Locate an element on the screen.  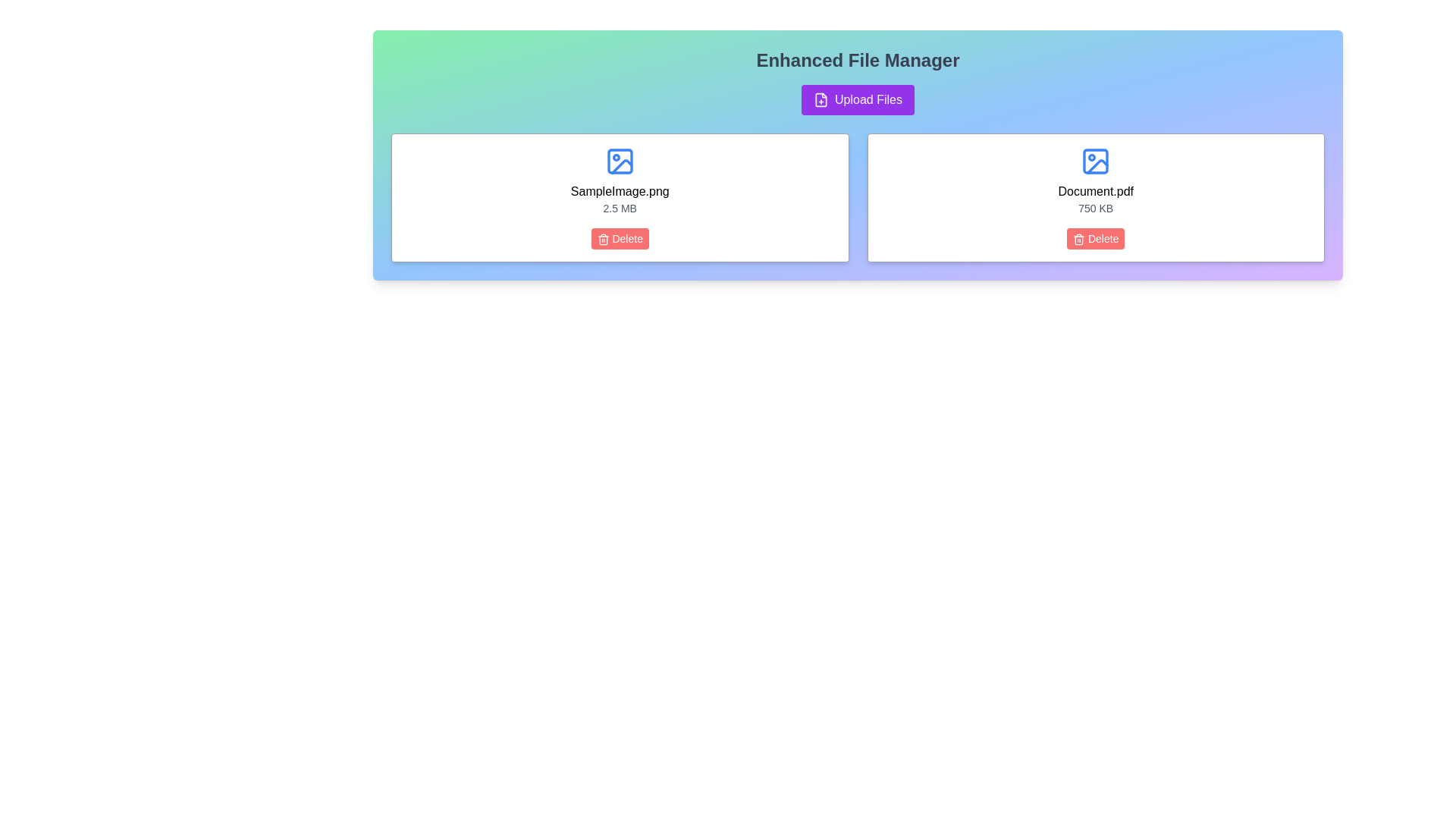
the 'Upload Files' button, which is a rectangular button with a vibrant purple background and white text, to initiate the file upload dialog is located at coordinates (858, 99).